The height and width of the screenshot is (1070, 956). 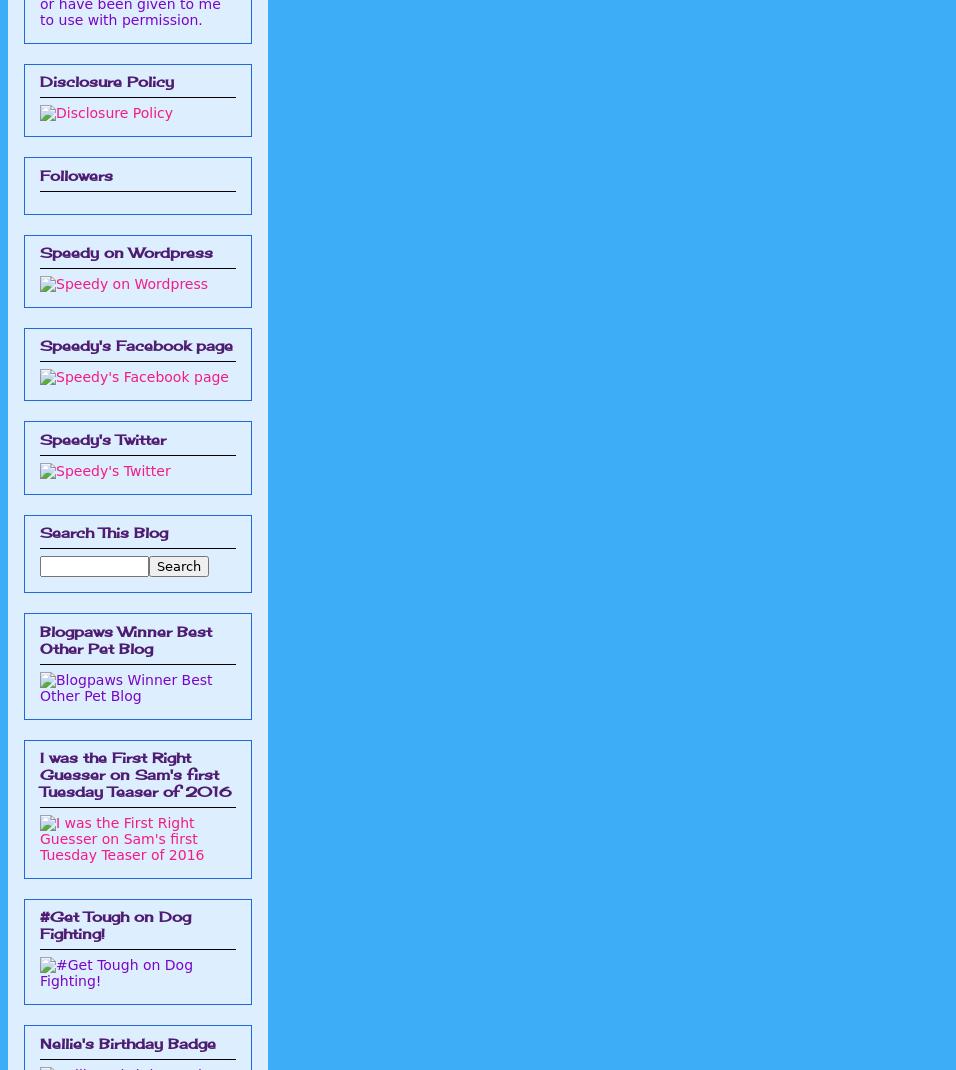 What do you see at coordinates (101, 437) in the screenshot?
I see `'Speedy's Twitter'` at bounding box center [101, 437].